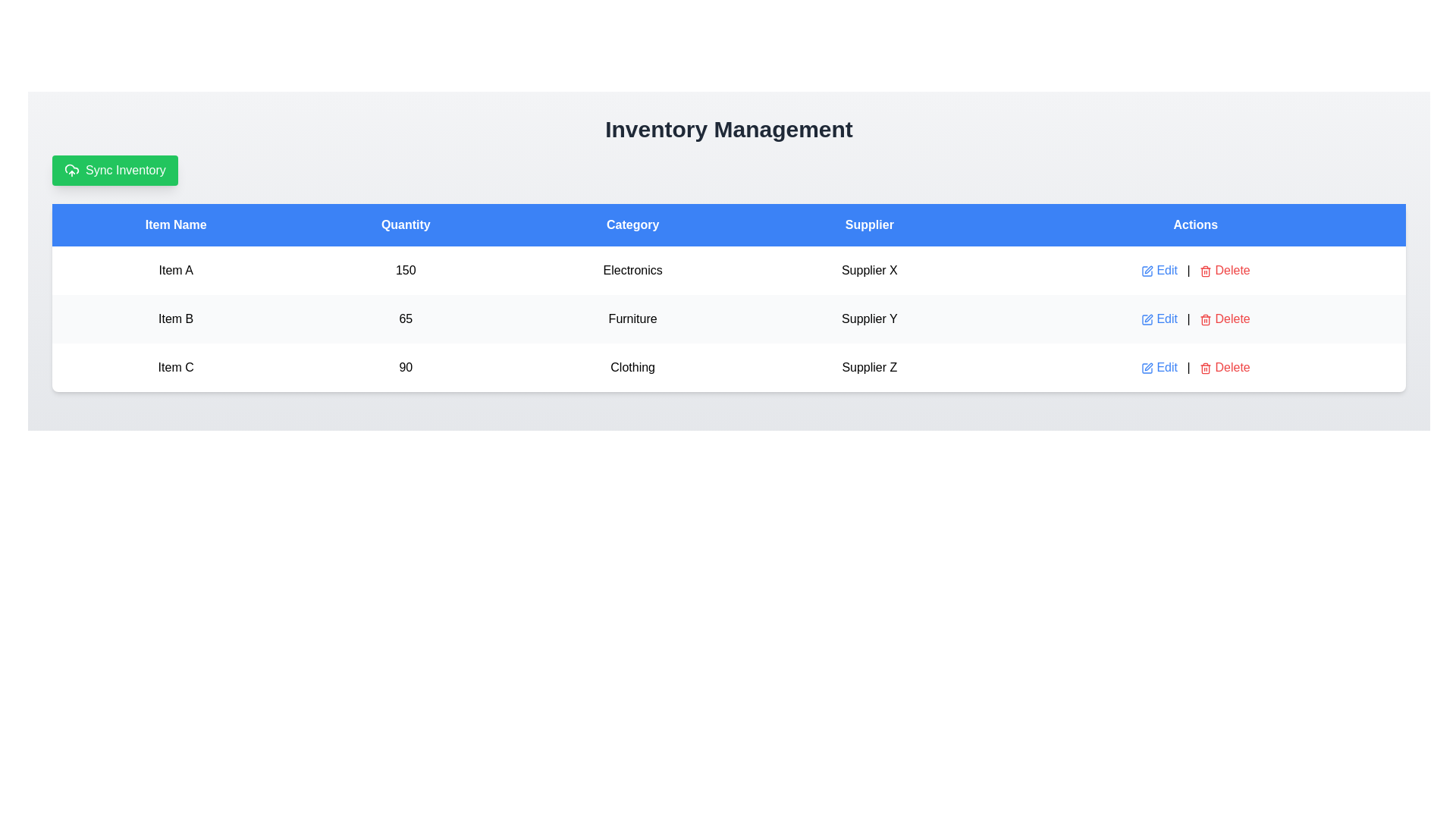 Image resolution: width=1456 pixels, height=819 pixels. Describe the element at coordinates (632, 270) in the screenshot. I see `the static text element containing the word 'Electronics' located in the third column of the first data row under the 'Category' header` at that location.